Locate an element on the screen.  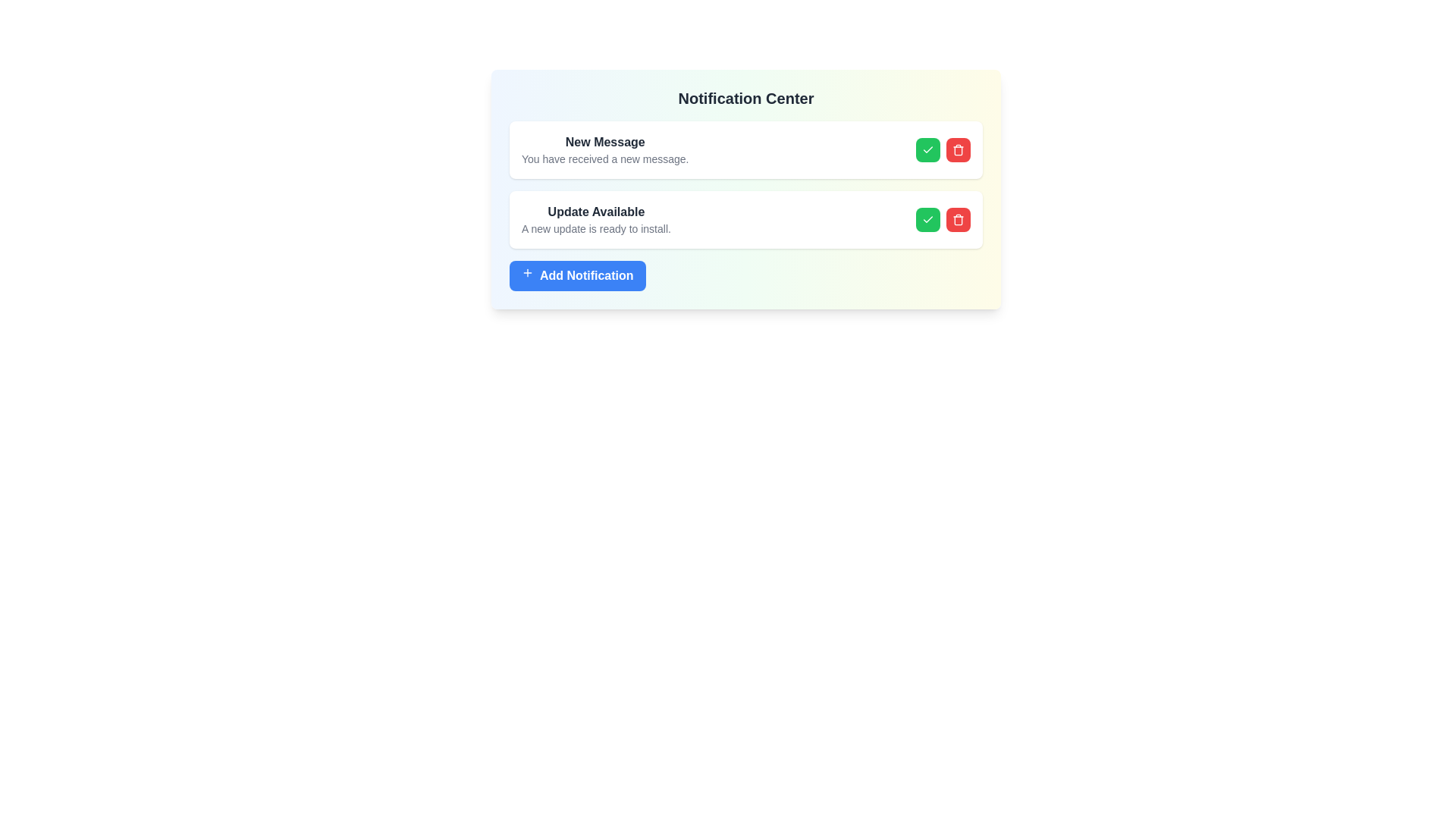
the second button in the horizontal button group of the Notification Center is located at coordinates (957, 219).